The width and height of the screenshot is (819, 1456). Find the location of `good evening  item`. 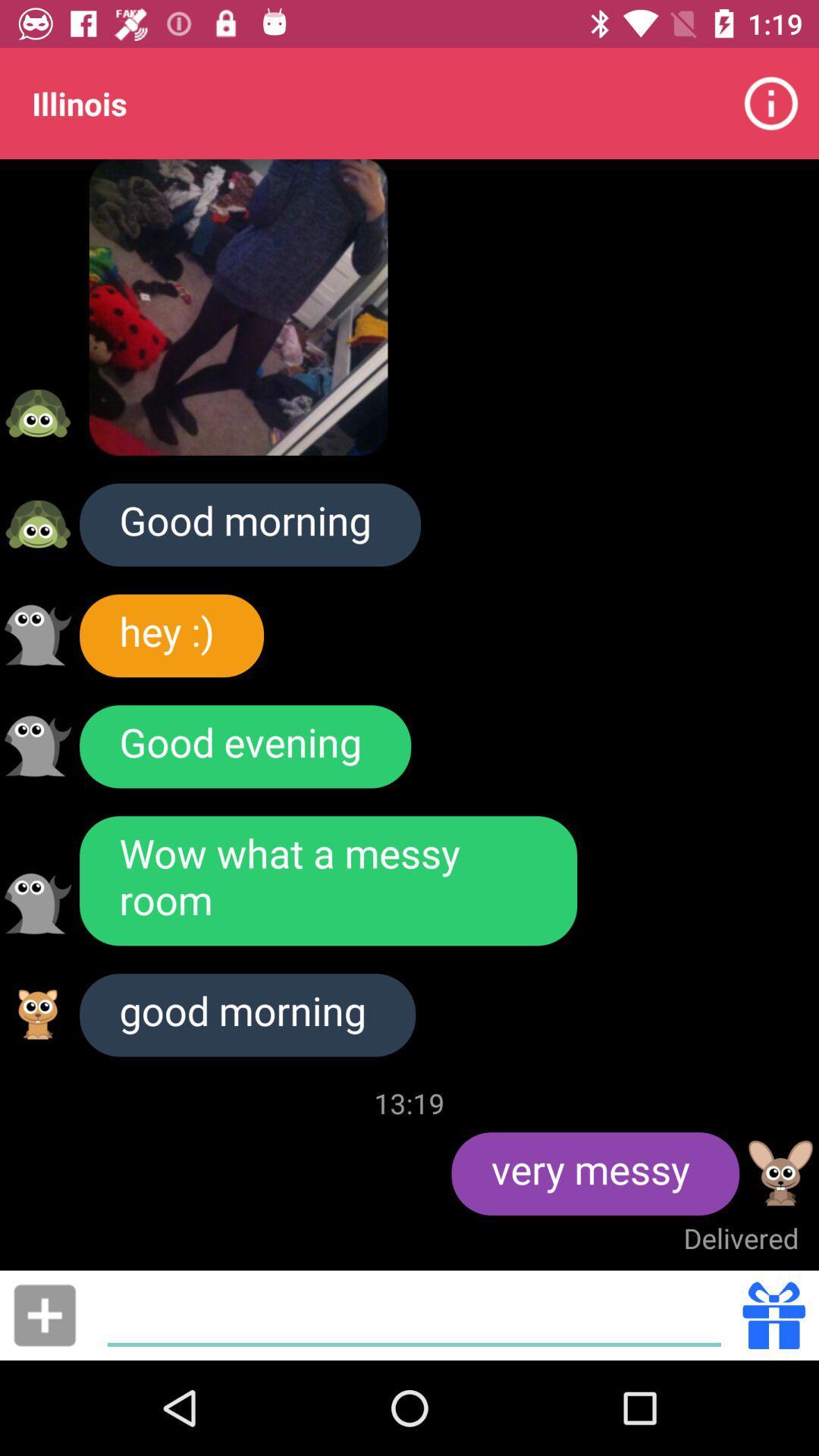

good evening  item is located at coordinates (244, 746).